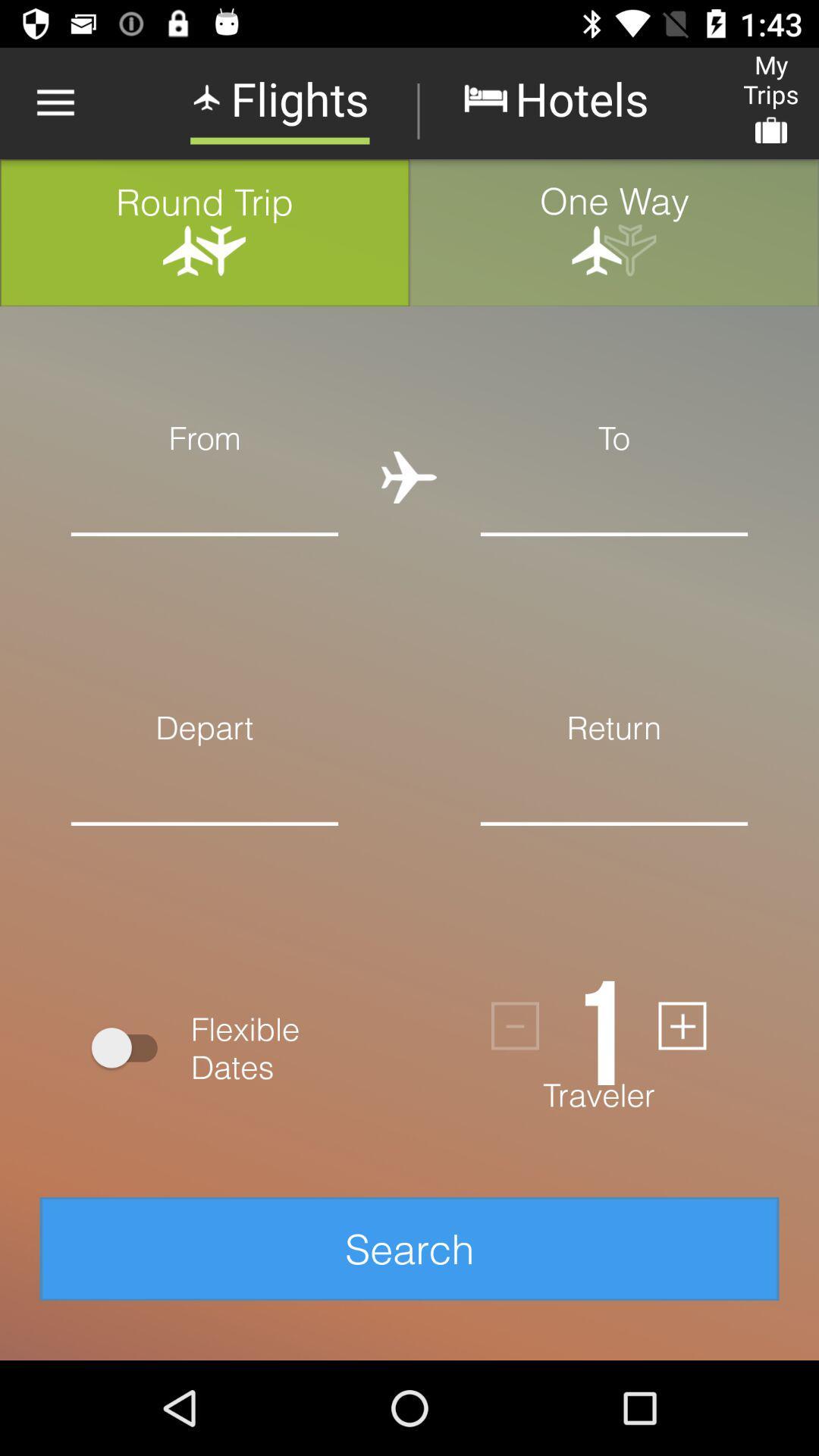  What do you see at coordinates (205, 846) in the screenshot?
I see `departure date` at bounding box center [205, 846].